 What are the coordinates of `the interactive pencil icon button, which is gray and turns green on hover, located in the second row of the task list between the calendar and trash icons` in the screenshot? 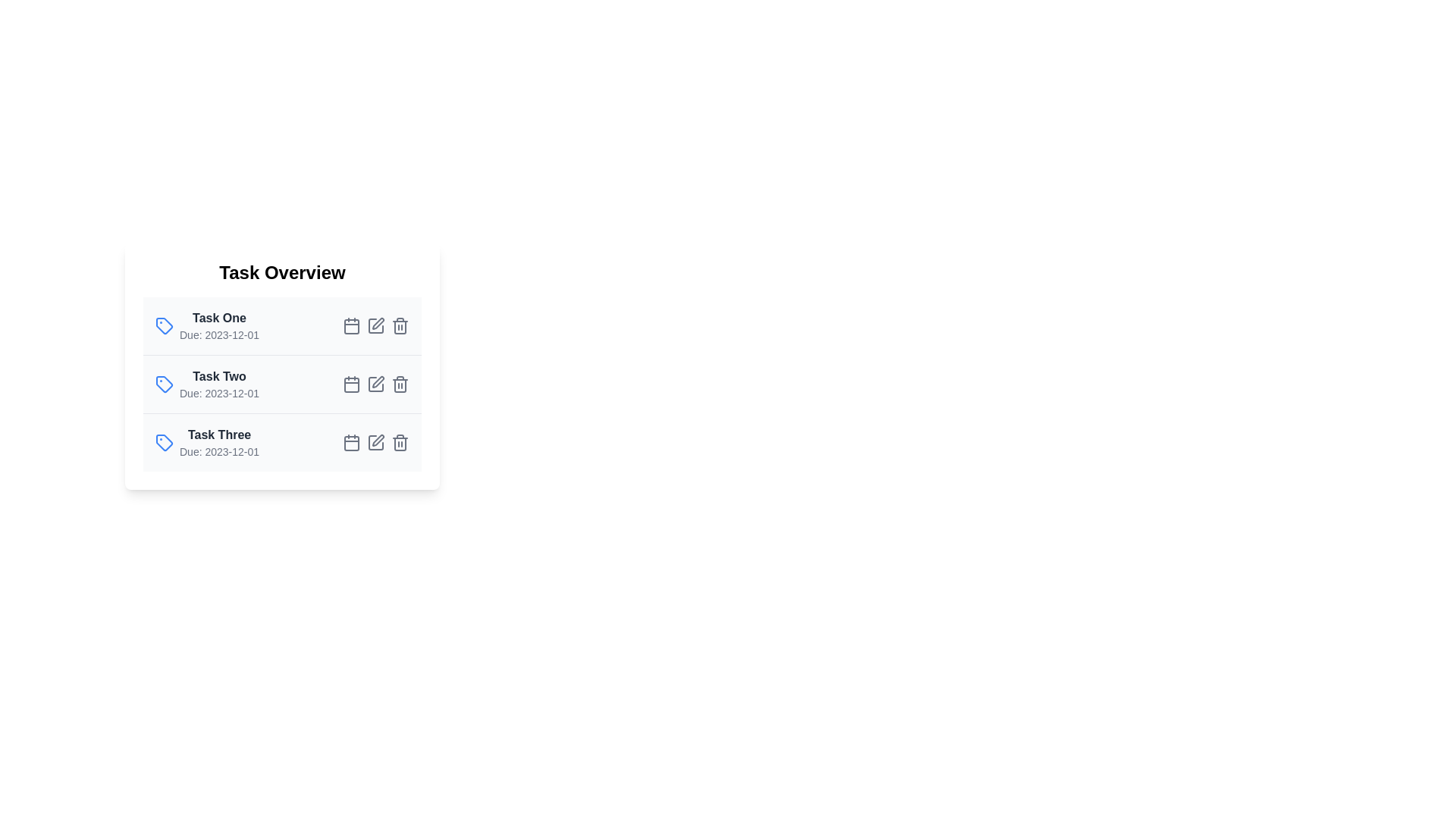 It's located at (375, 383).